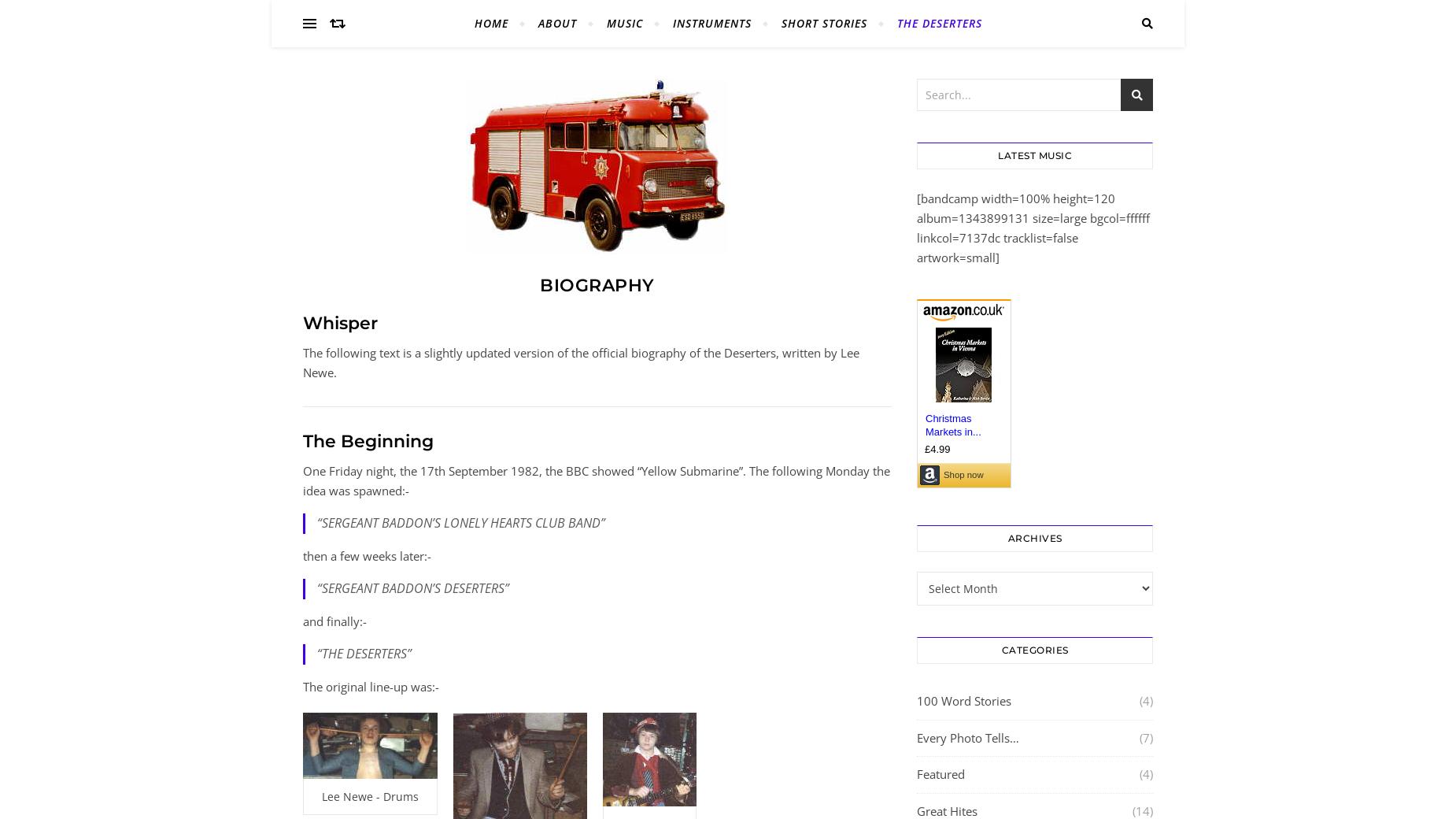 Image resolution: width=1456 pixels, height=819 pixels. I want to click on 'Biography', so click(597, 284).